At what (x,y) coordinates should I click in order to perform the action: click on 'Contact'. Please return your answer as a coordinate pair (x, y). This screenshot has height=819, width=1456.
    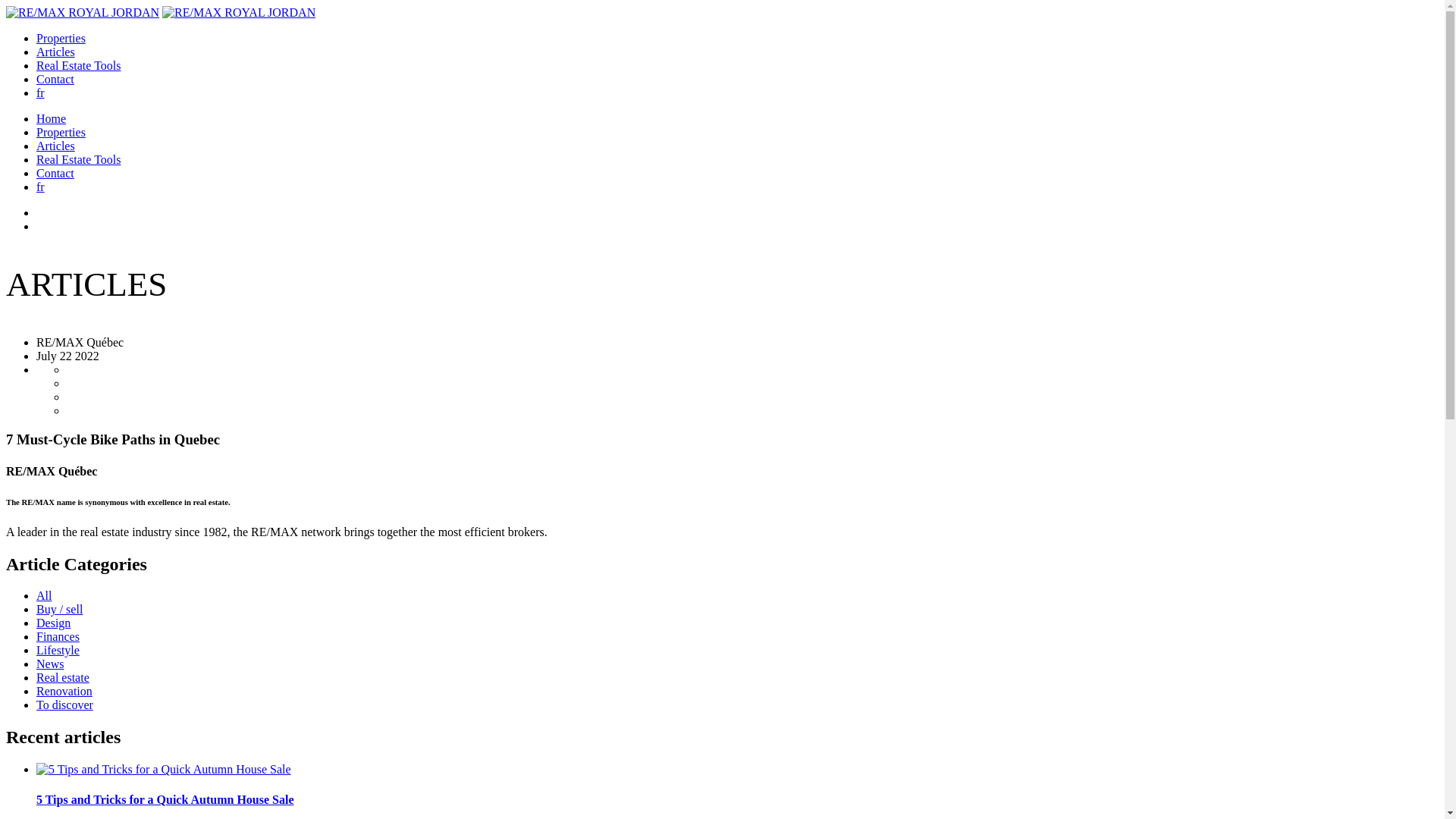
    Looking at the image, I should click on (55, 172).